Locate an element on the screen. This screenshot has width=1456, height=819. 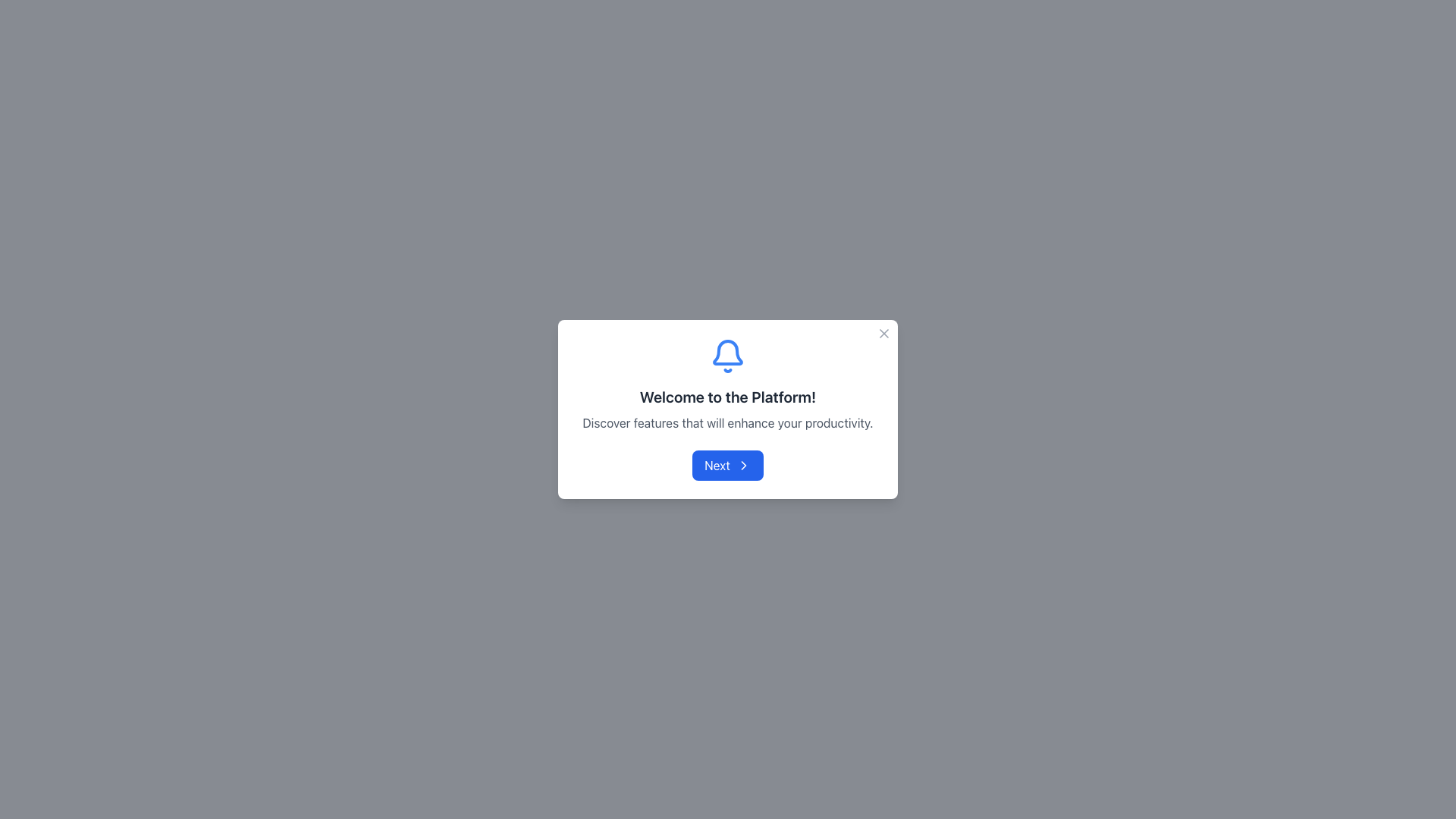
the blue bell-shaped graphical icon that signifies notifications or alerts, located in the upper section of the modal dialog box above the text 'Welcome to the Platform!' is located at coordinates (728, 353).